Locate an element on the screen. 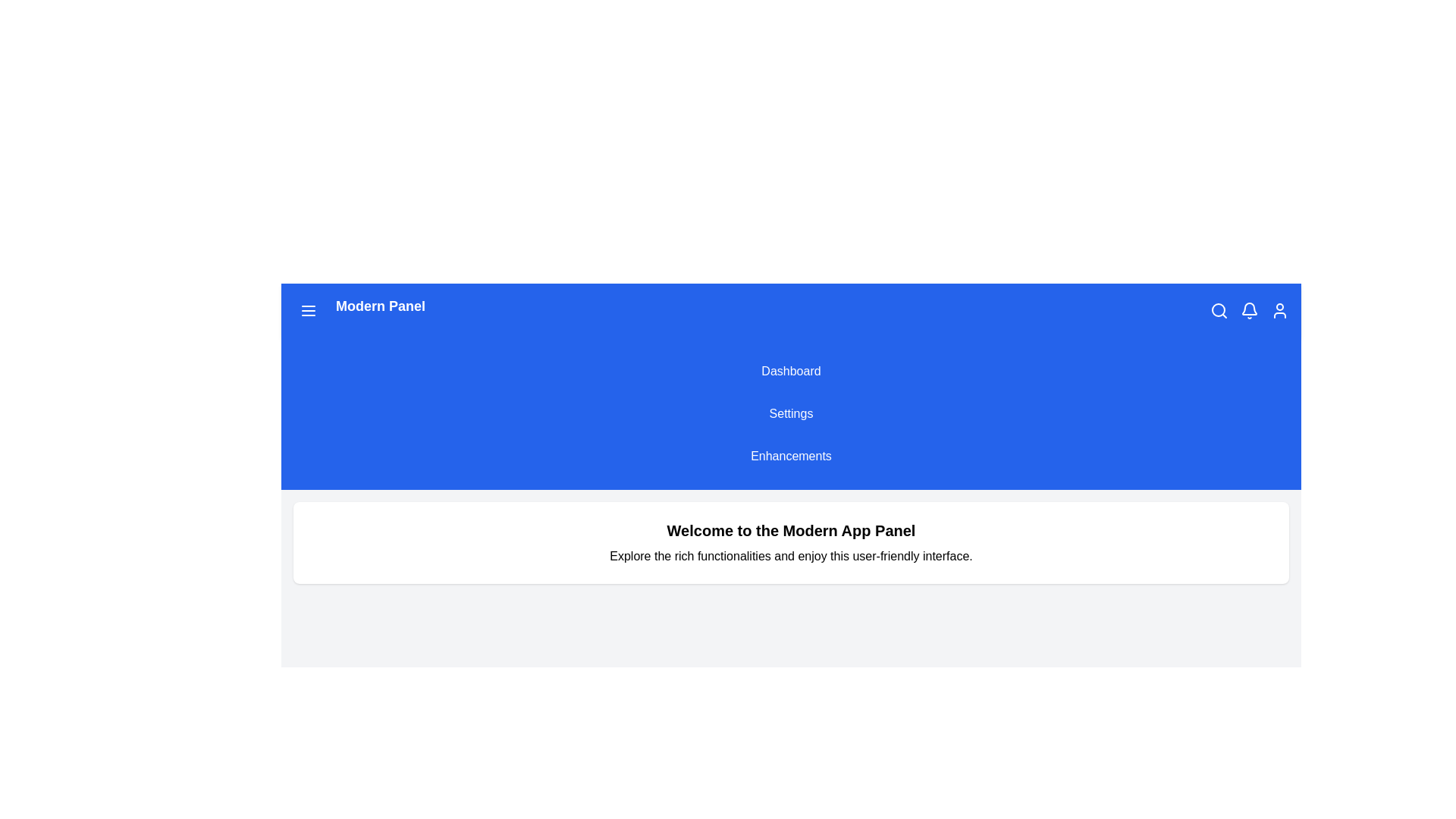  the search icon to activate the search functionality is located at coordinates (1219, 309).